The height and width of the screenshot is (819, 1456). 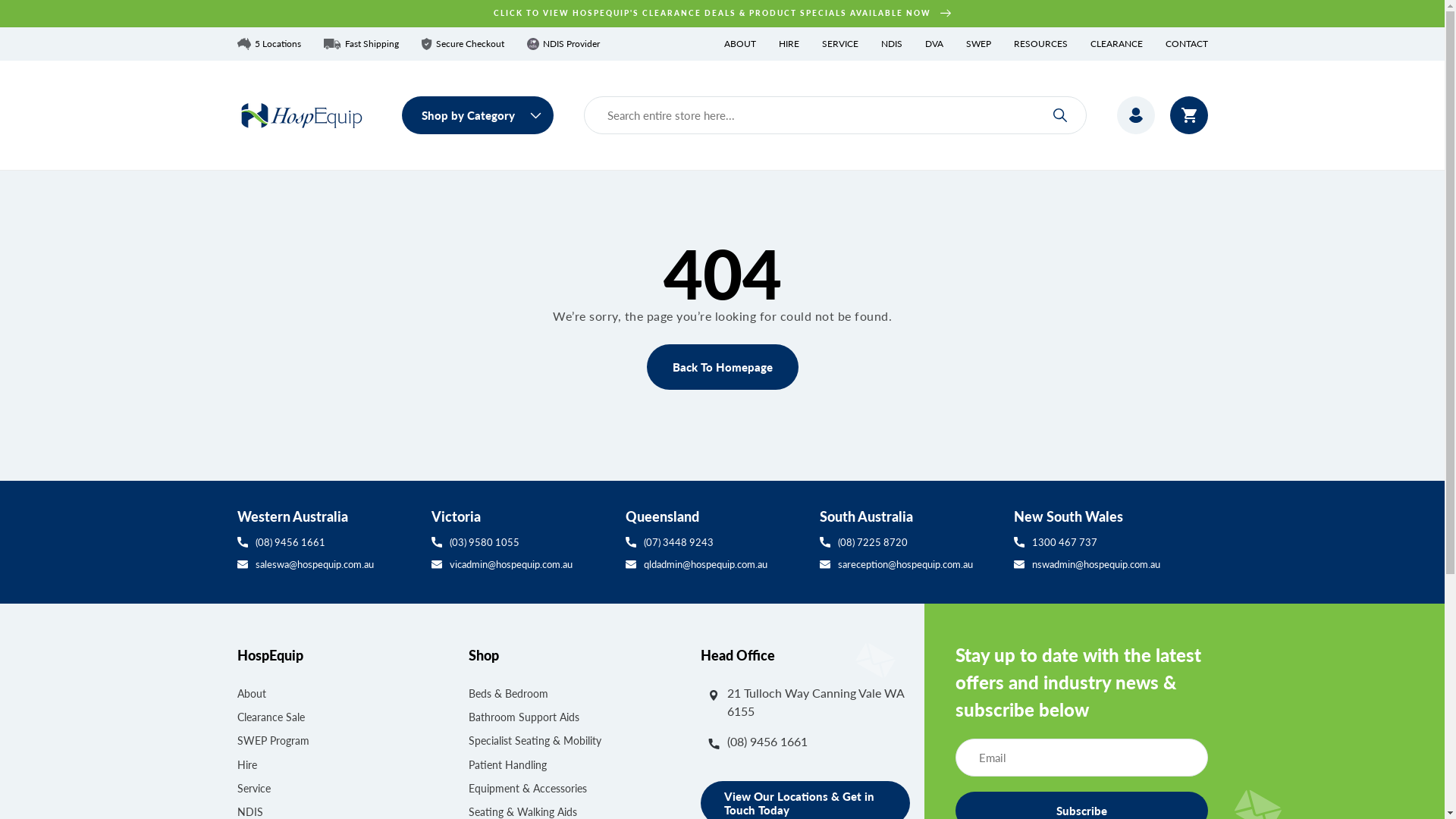 What do you see at coordinates (251, 694) in the screenshot?
I see `'About'` at bounding box center [251, 694].